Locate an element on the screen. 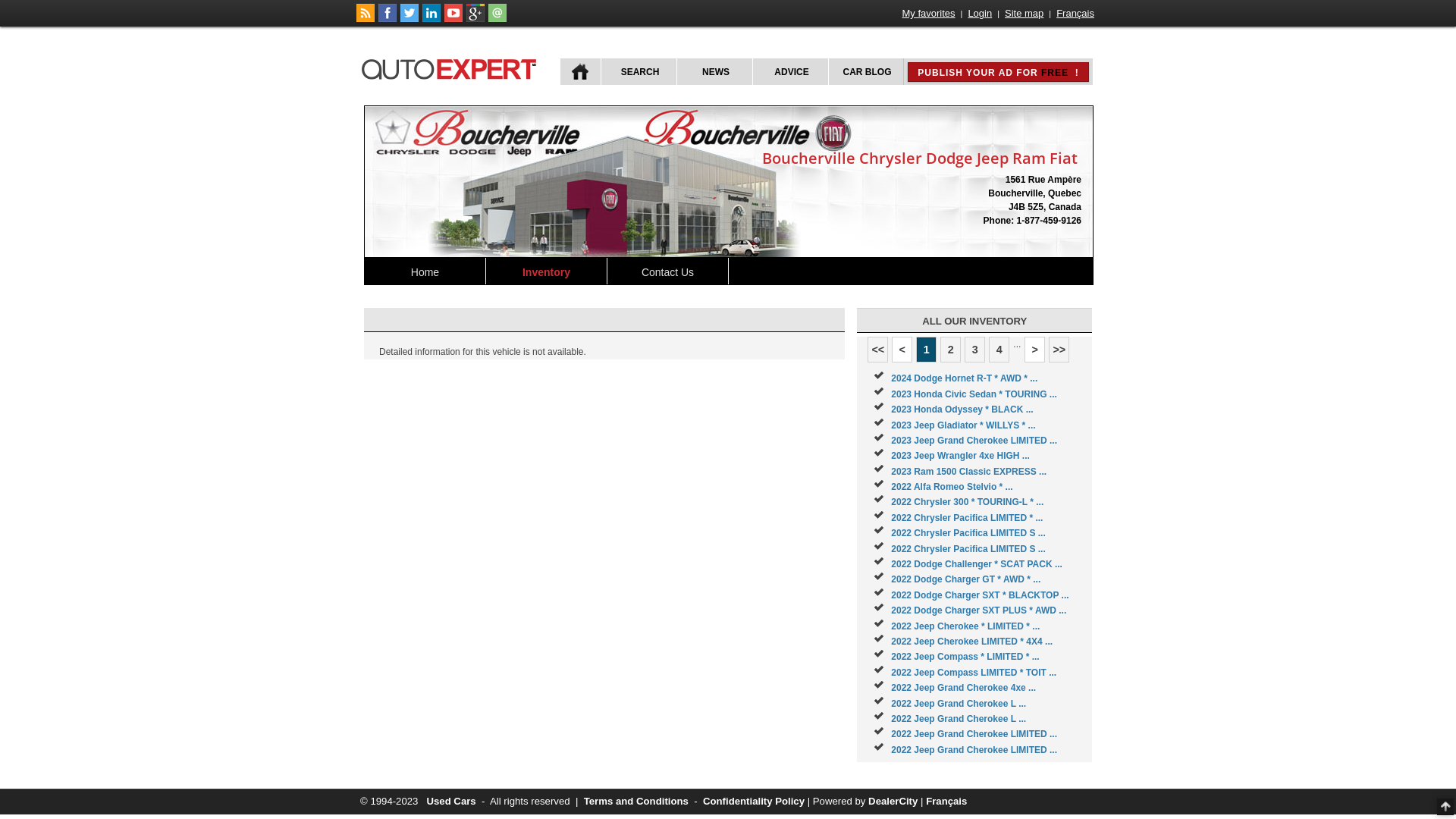 The image size is (1456, 819). 'Contact autoExpert.ca' is located at coordinates (497, 18).